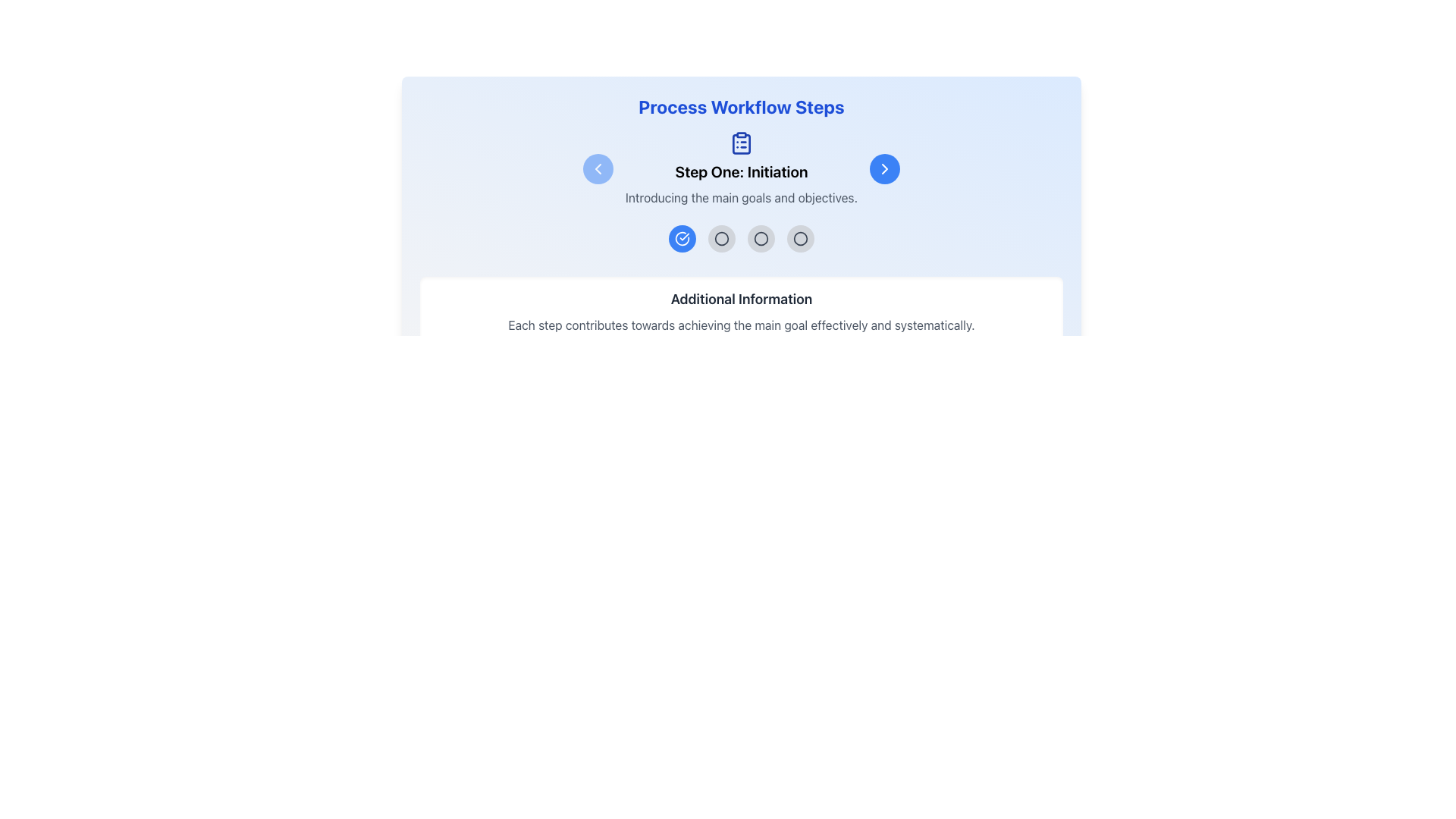  What do you see at coordinates (682, 239) in the screenshot?
I see `the first SVG graphic segment indicating the status of 'Step One: Initiation' in the circular icon group` at bounding box center [682, 239].